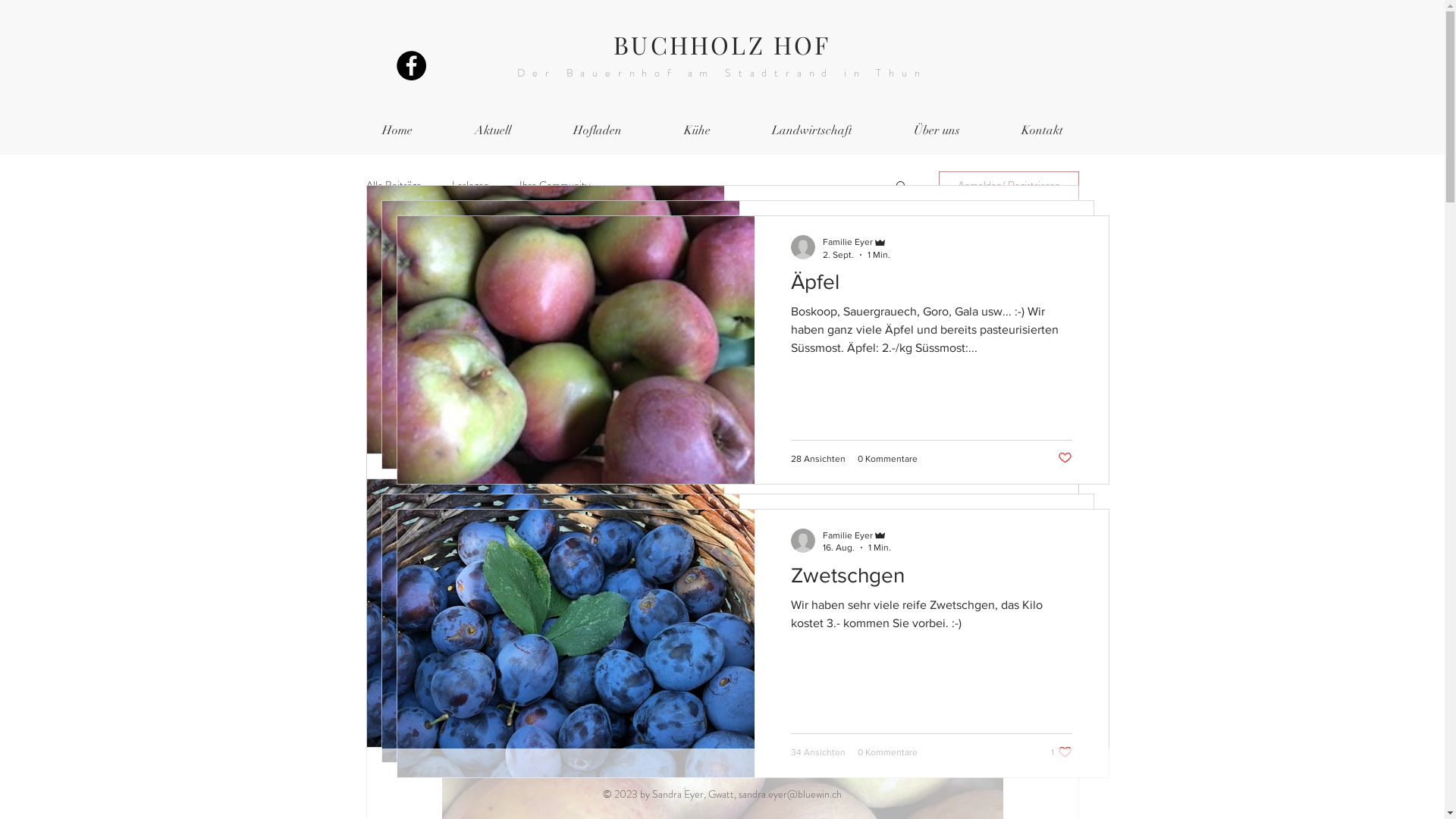 The width and height of the screenshot is (1456, 819). Describe the element at coordinates (856, 428) in the screenshot. I see `'0 Kommentare'` at that location.